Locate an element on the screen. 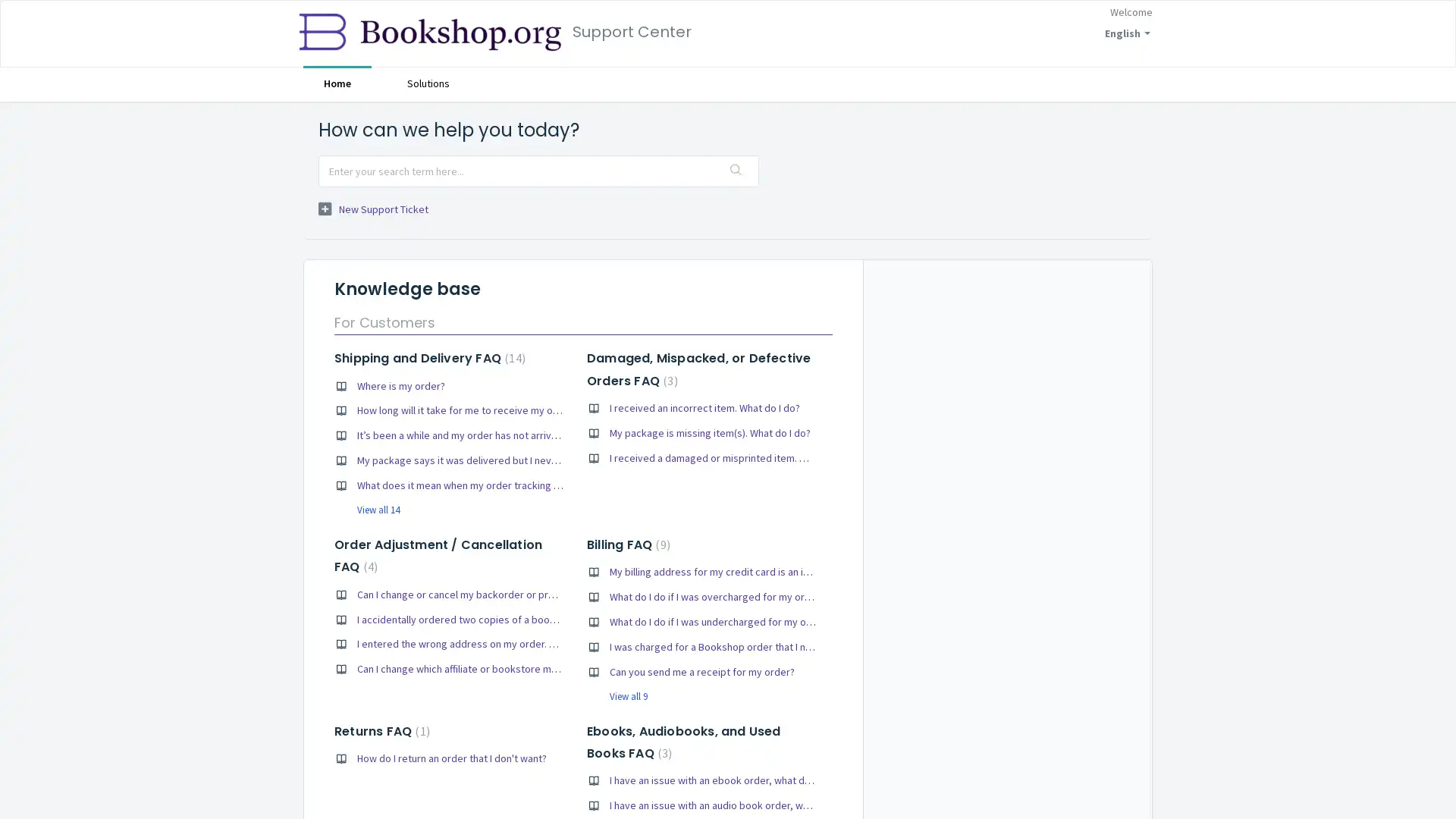 The image size is (1456, 819). Search is located at coordinates (735, 171).